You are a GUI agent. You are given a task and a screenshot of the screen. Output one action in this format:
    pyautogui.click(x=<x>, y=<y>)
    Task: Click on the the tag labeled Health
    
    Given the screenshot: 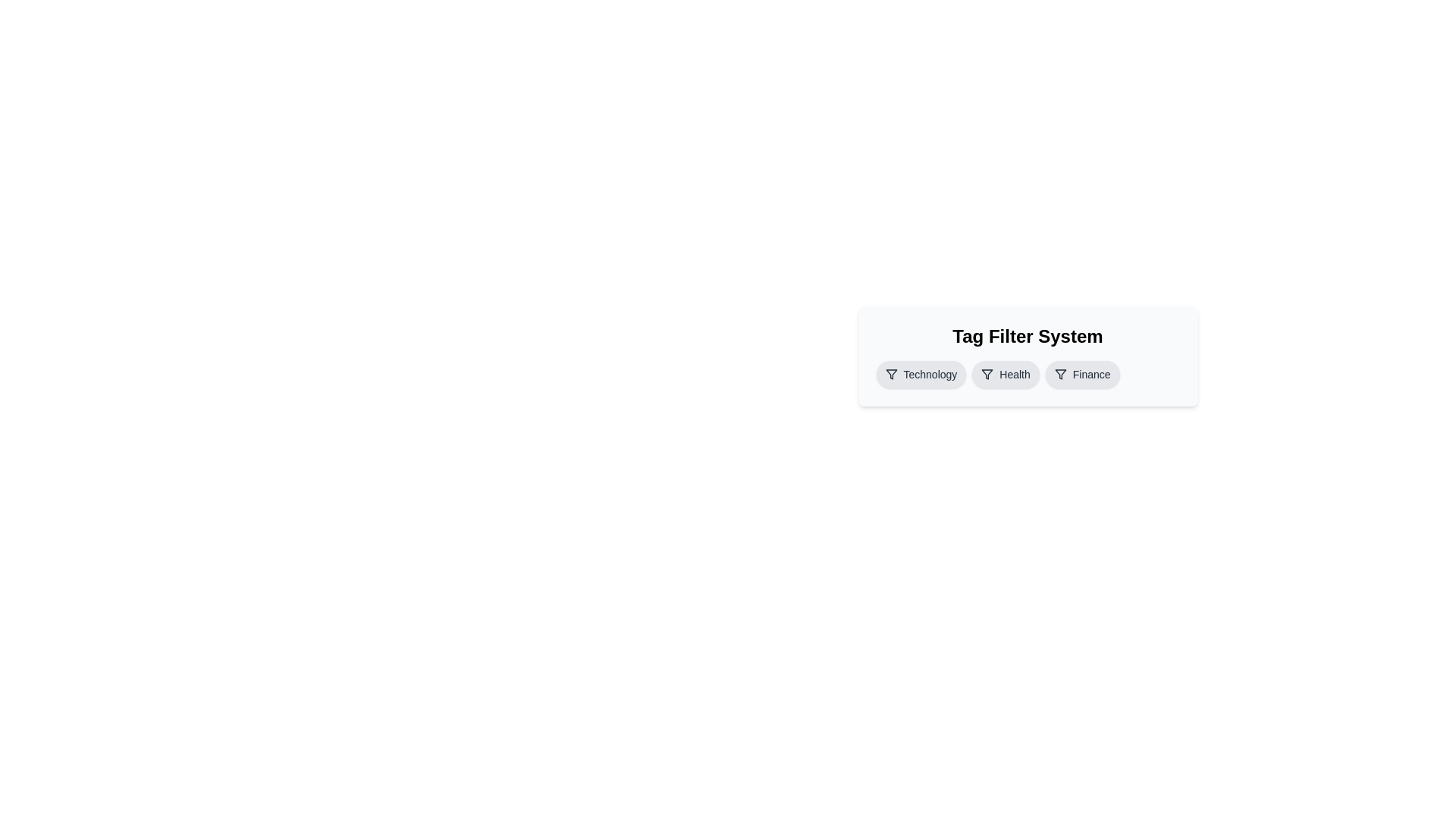 What is the action you would take?
    pyautogui.click(x=1005, y=374)
    